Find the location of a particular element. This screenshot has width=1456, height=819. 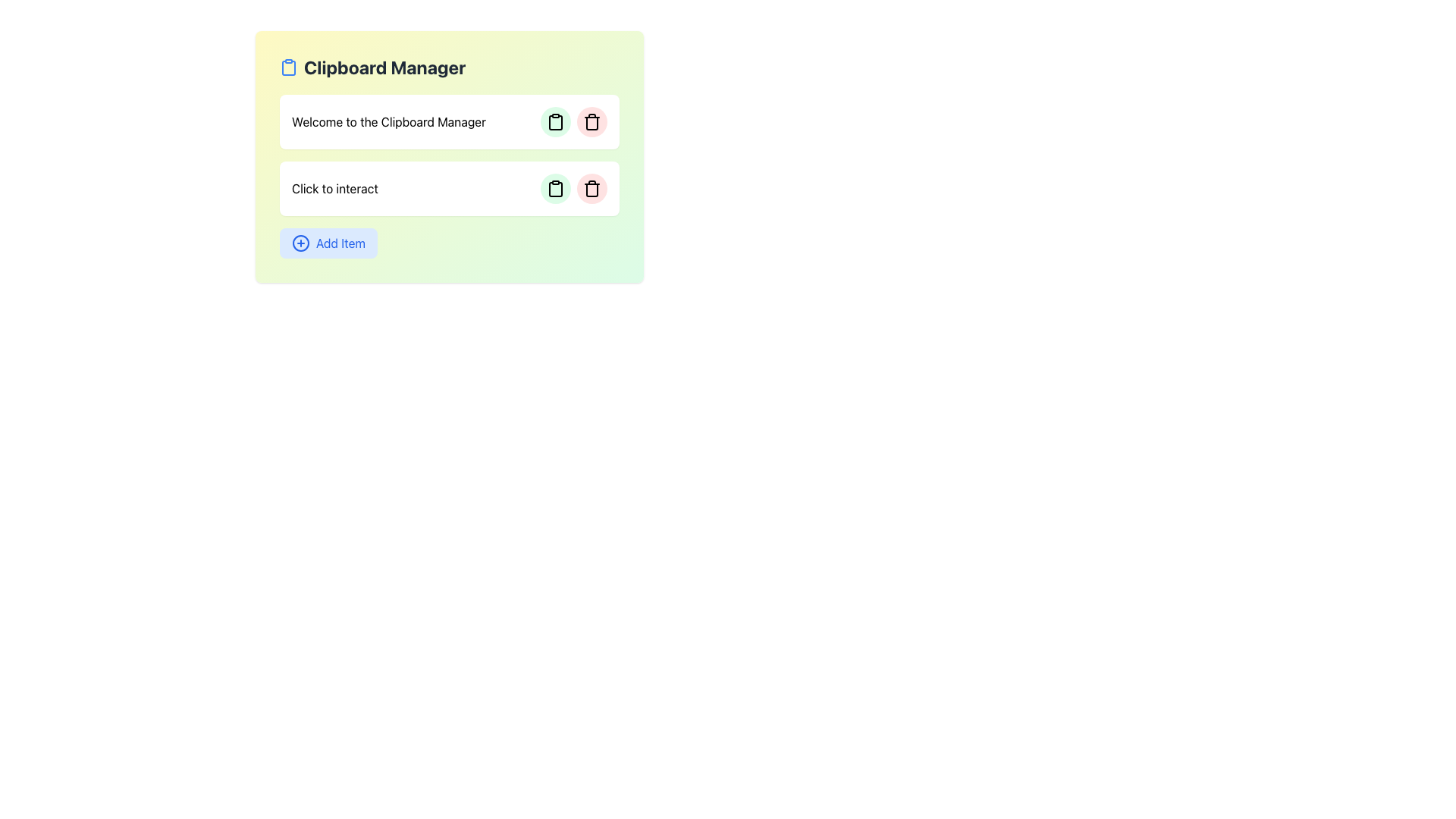

the clipboard icon button located on the right side of the first listed item is located at coordinates (555, 121).